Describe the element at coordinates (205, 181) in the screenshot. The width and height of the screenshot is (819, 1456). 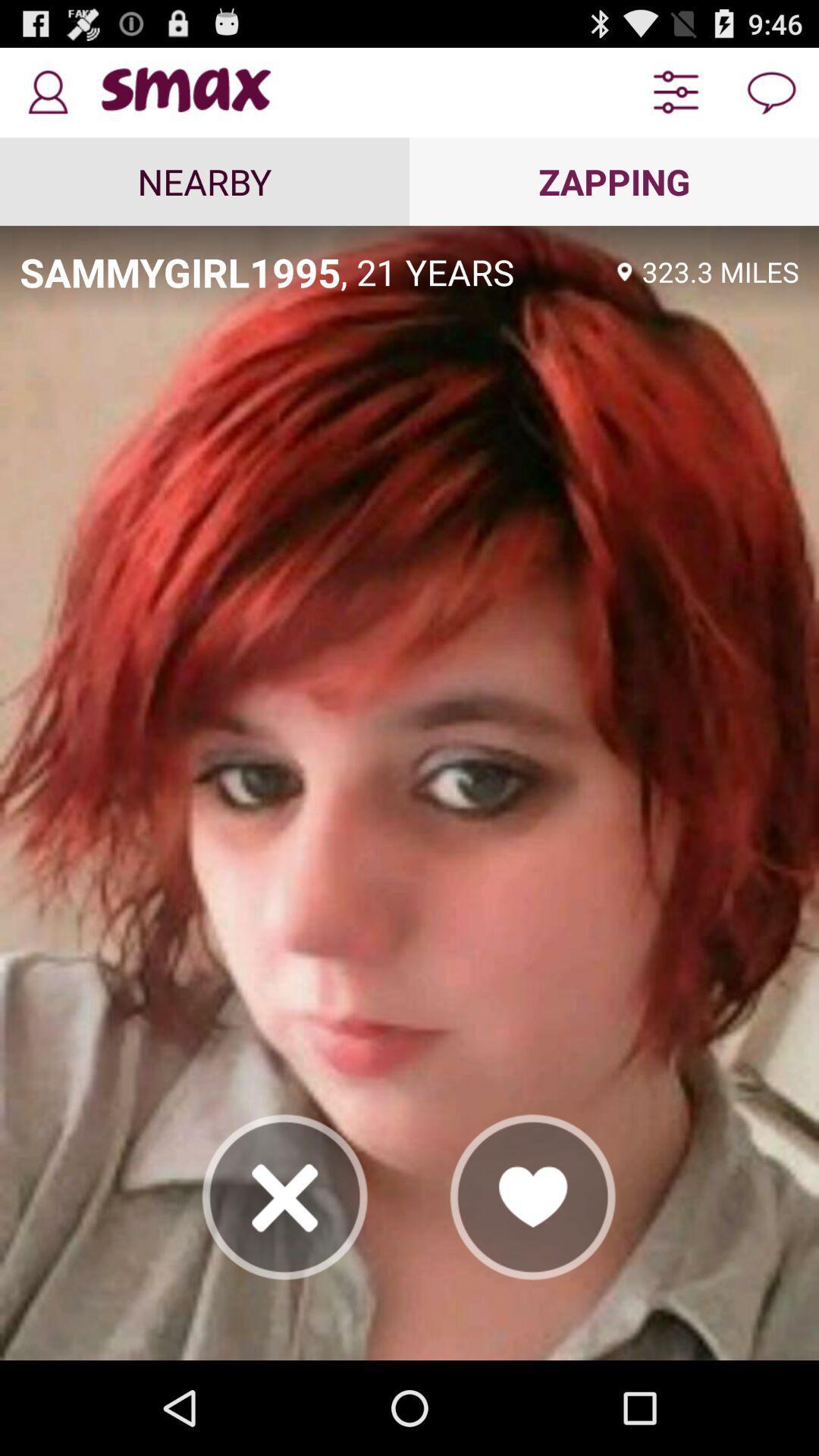
I see `nearby` at that location.